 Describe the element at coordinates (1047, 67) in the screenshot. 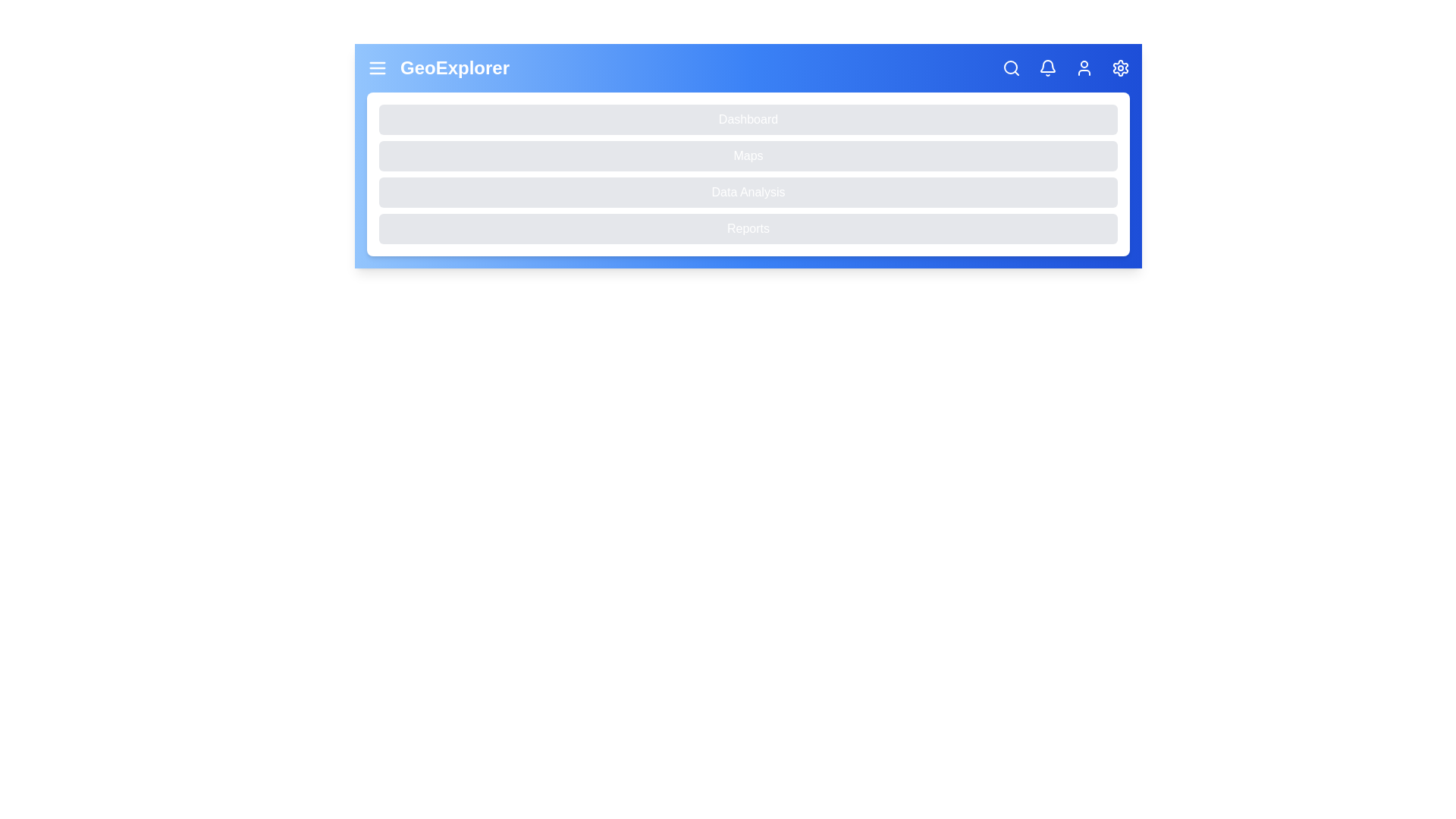

I see `the bell icon to access notifications` at that location.